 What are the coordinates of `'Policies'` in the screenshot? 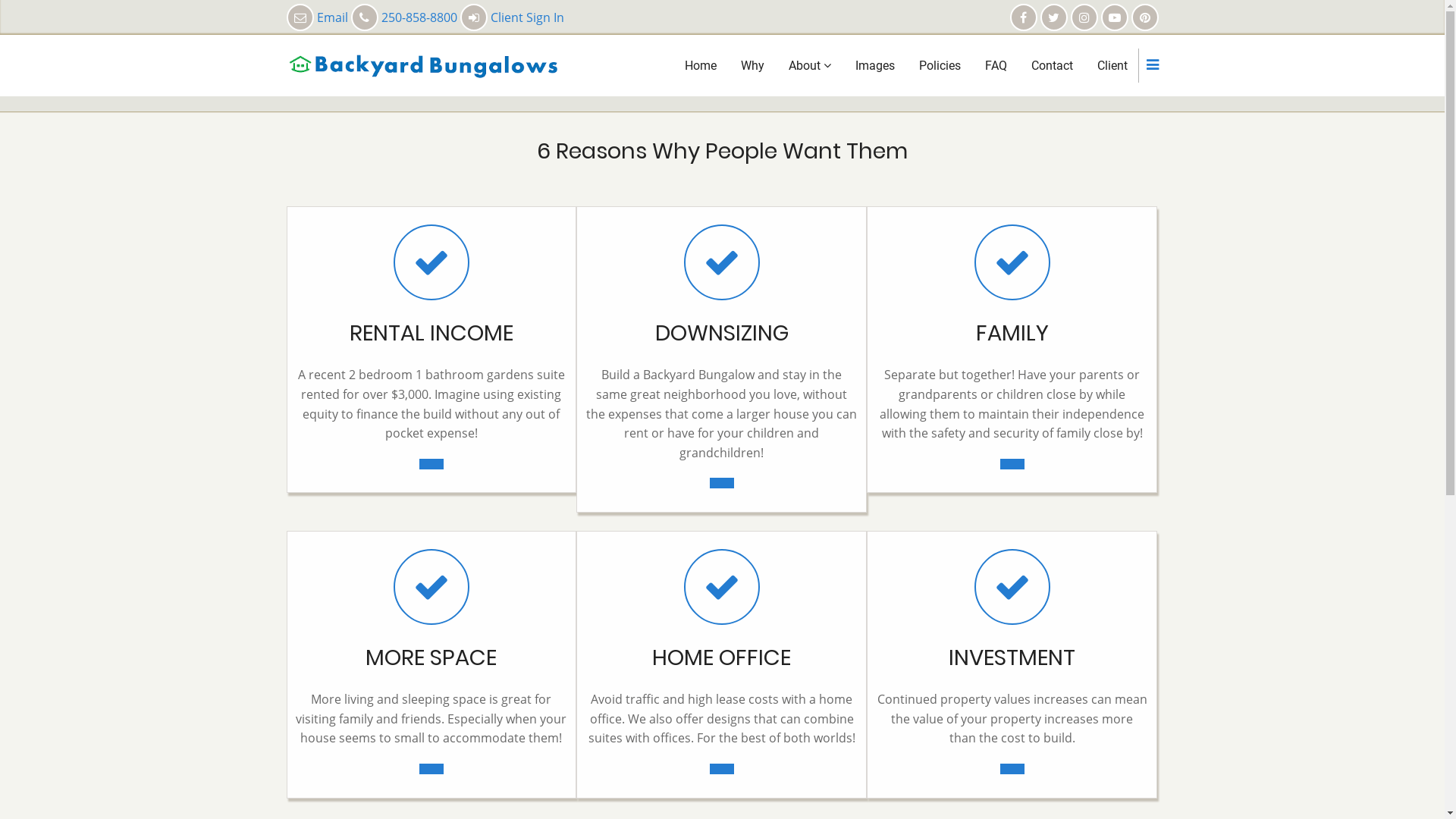 It's located at (908, 65).